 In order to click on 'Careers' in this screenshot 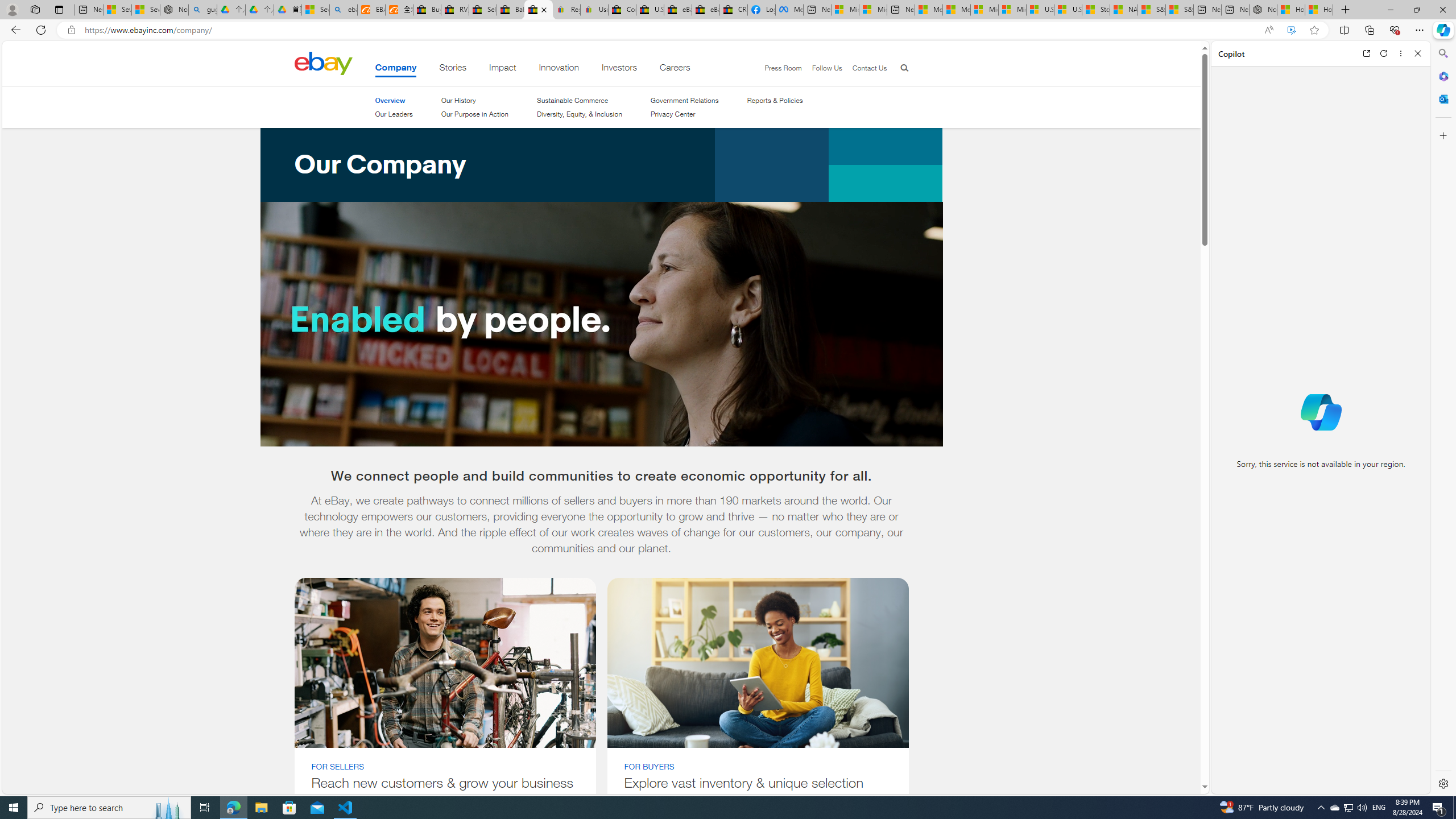, I will do `click(675, 69)`.